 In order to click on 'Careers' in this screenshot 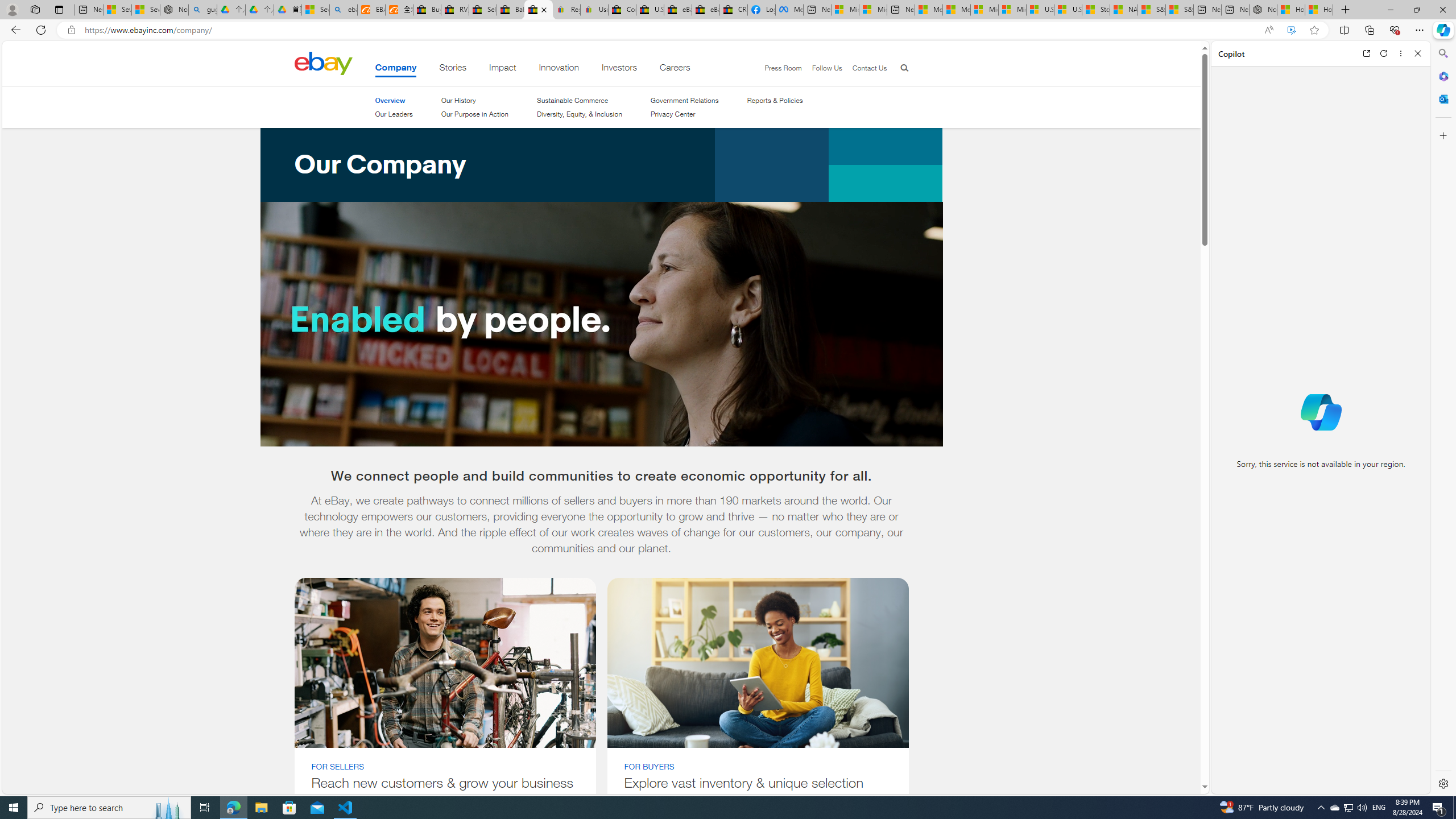, I will do `click(675, 69)`.